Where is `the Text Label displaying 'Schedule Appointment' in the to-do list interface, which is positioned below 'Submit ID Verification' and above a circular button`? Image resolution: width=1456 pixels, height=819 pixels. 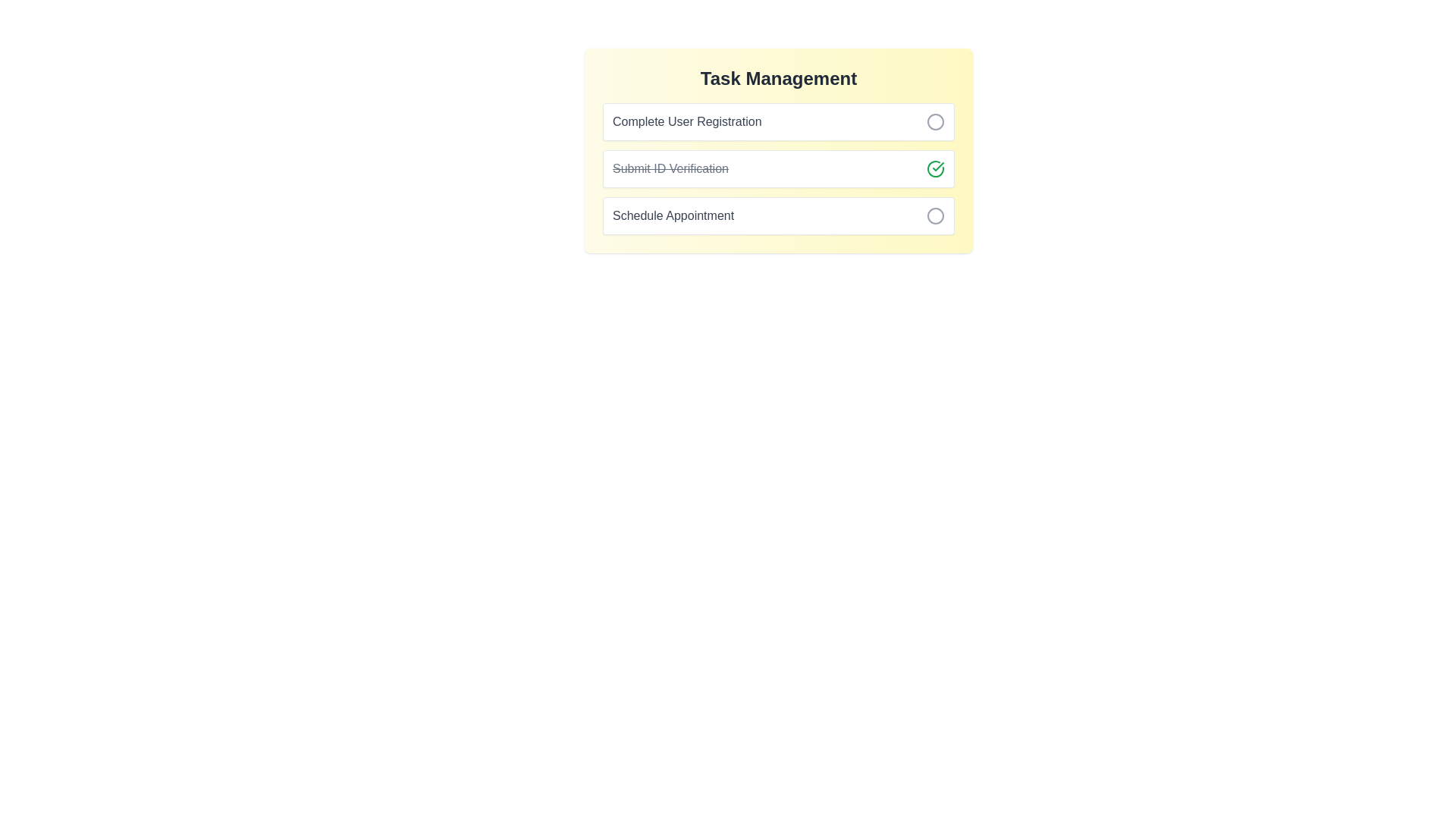
the Text Label displaying 'Schedule Appointment' in the to-do list interface, which is positioned below 'Submit ID Verification' and above a circular button is located at coordinates (673, 216).